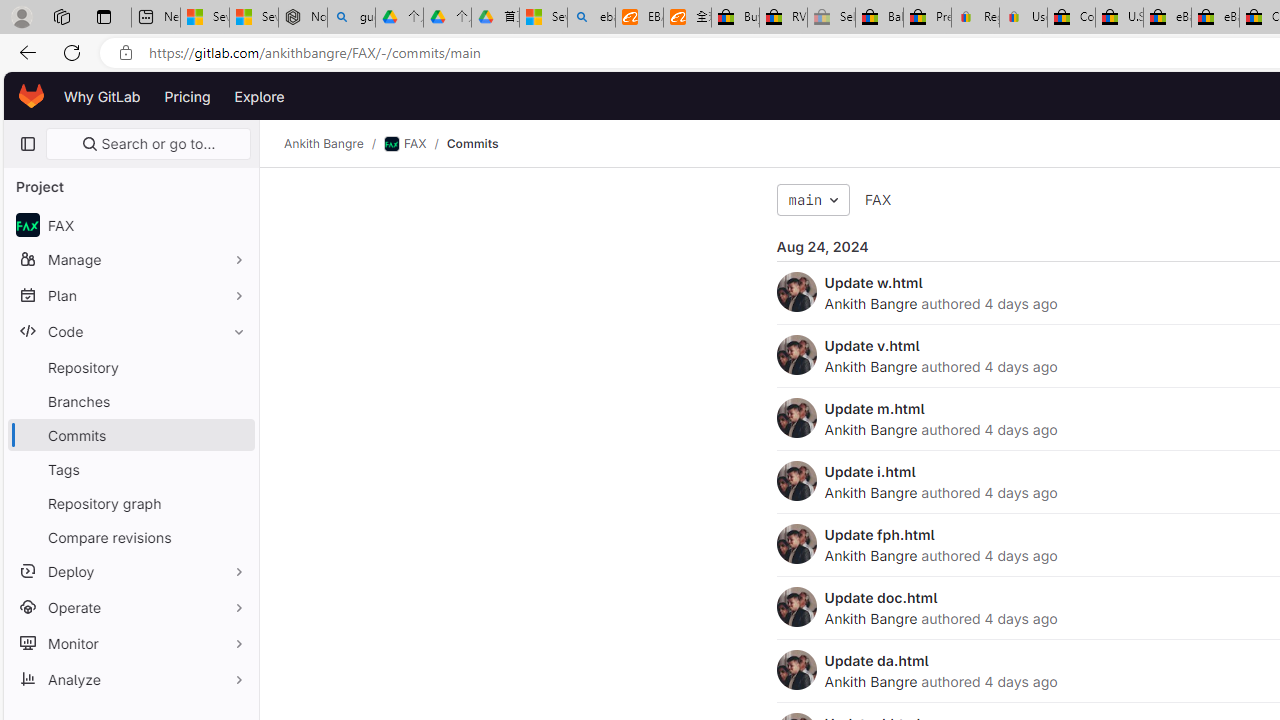 This screenshot has height=720, width=1280. What do you see at coordinates (879, 533) in the screenshot?
I see `'Update fph.html'` at bounding box center [879, 533].